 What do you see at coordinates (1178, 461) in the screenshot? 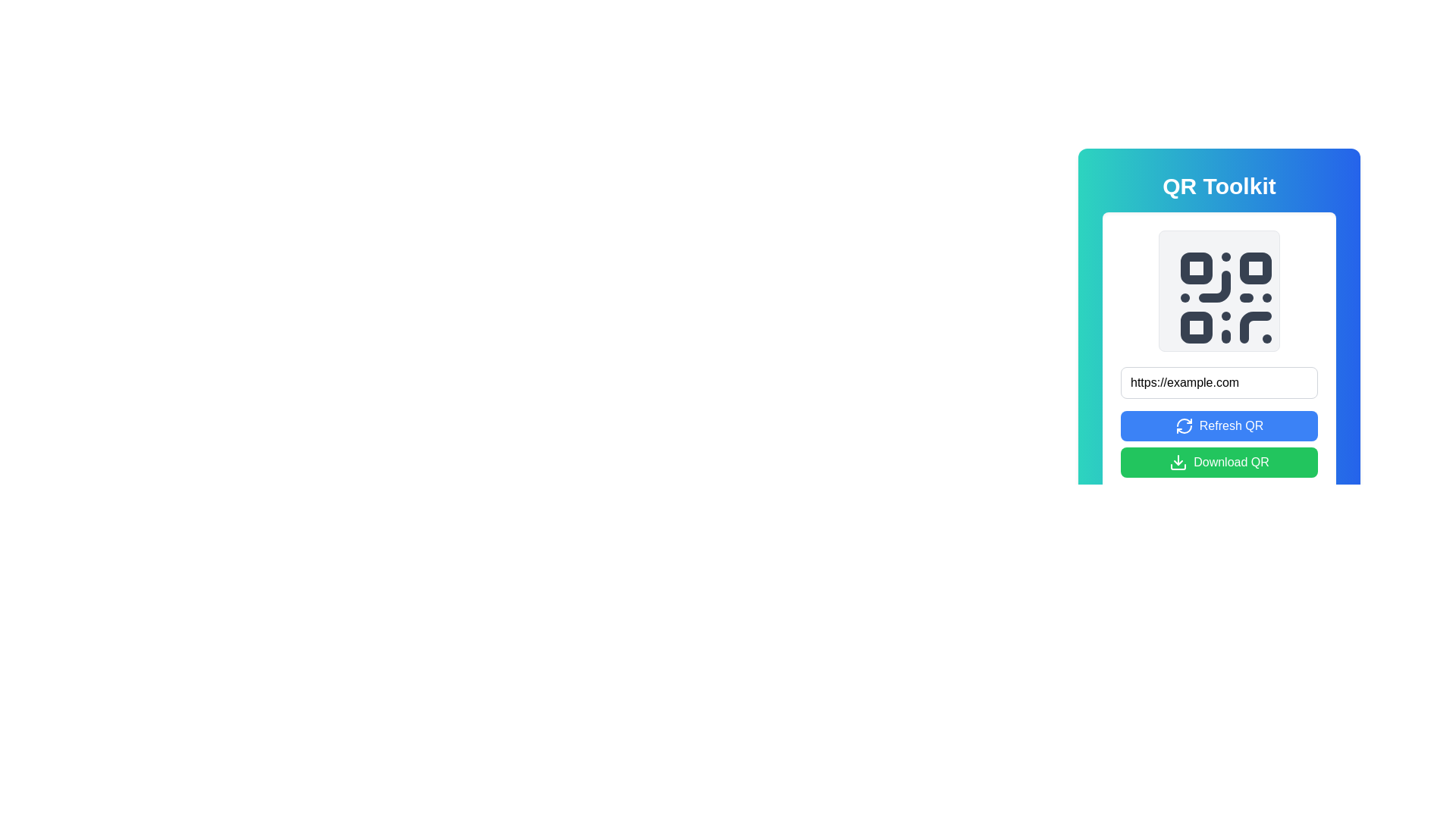
I see `the white downward arrow icon within the green 'Download QR' button located at the bottom area of the panel` at bounding box center [1178, 461].